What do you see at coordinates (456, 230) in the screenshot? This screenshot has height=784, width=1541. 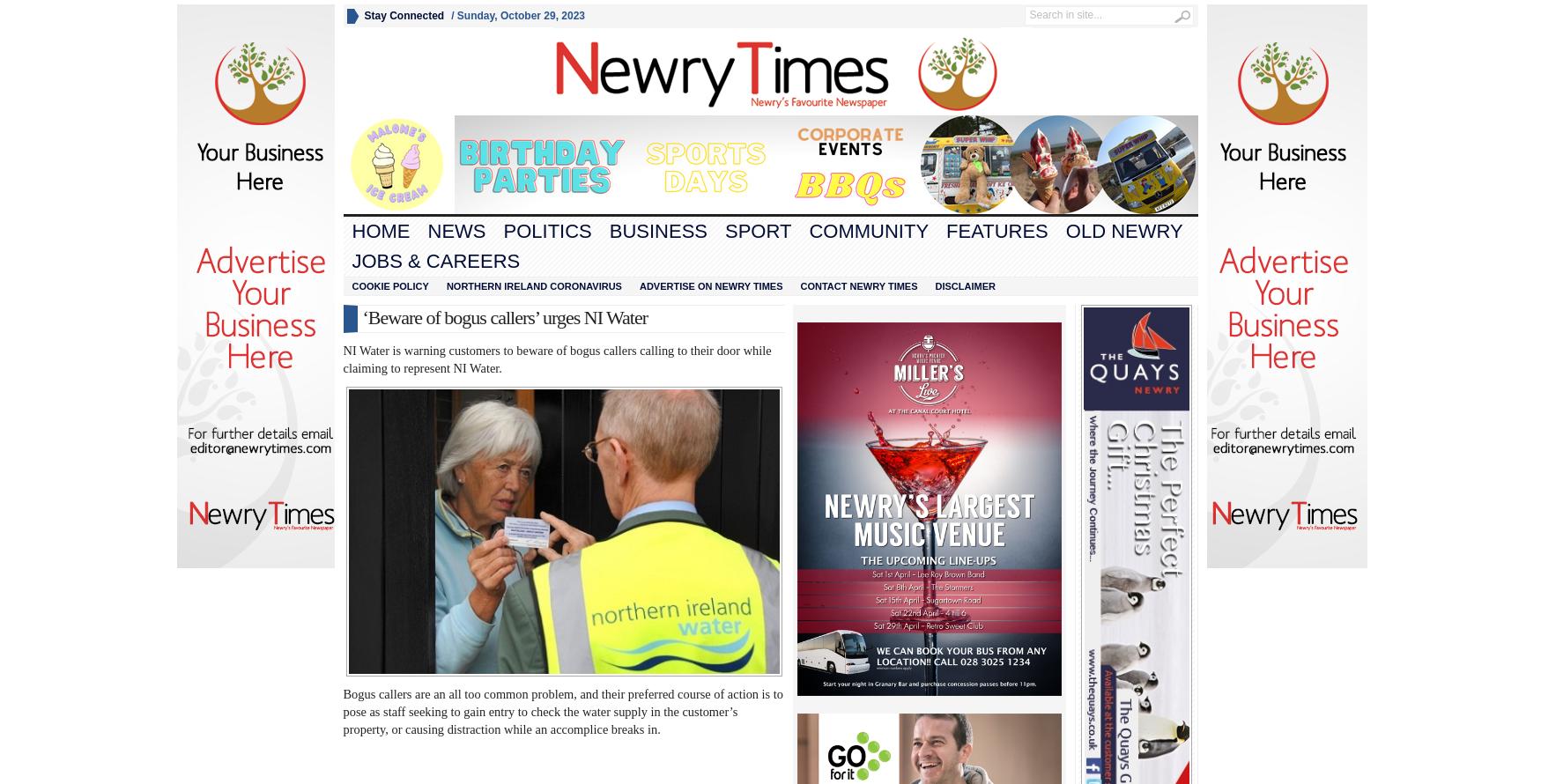 I see `'News'` at bounding box center [456, 230].